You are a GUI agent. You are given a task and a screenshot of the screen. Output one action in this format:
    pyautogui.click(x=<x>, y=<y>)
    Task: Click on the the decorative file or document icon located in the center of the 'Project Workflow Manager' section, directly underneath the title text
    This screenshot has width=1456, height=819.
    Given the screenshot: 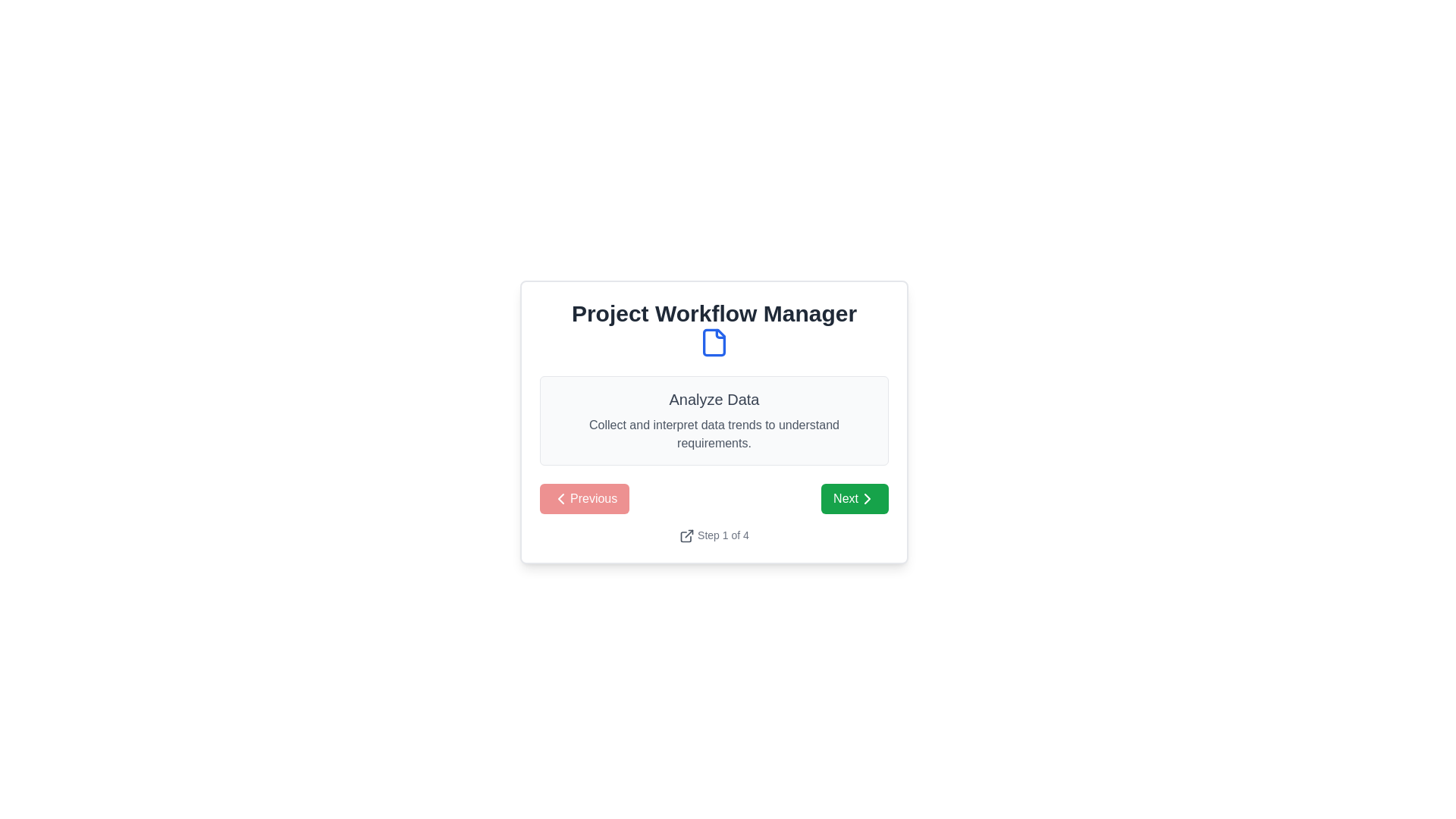 What is the action you would take?
    pyautogui.click(x=713, y=342)
    